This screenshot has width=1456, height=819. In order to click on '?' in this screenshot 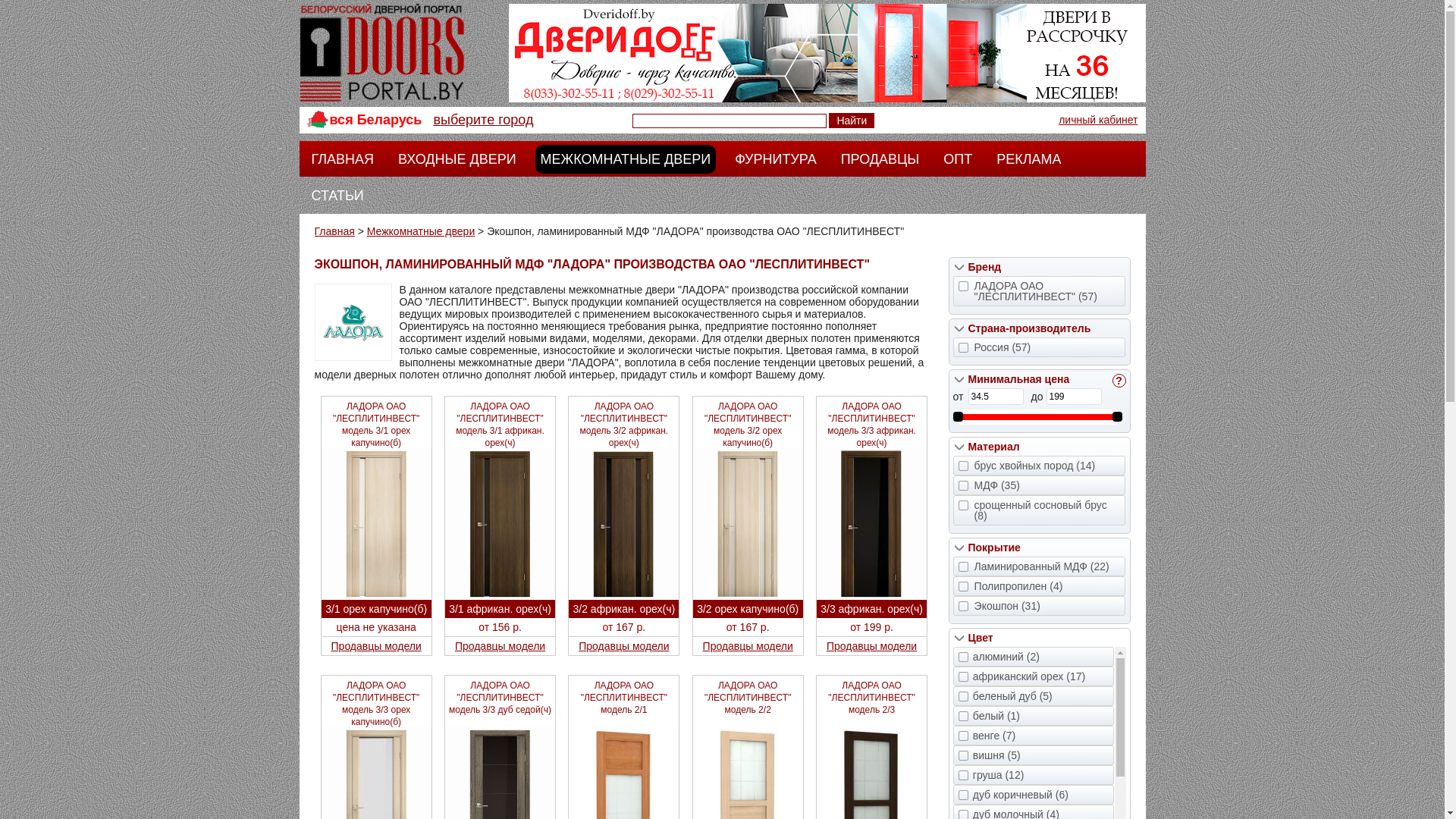, I will do `click(1118, 379)`.